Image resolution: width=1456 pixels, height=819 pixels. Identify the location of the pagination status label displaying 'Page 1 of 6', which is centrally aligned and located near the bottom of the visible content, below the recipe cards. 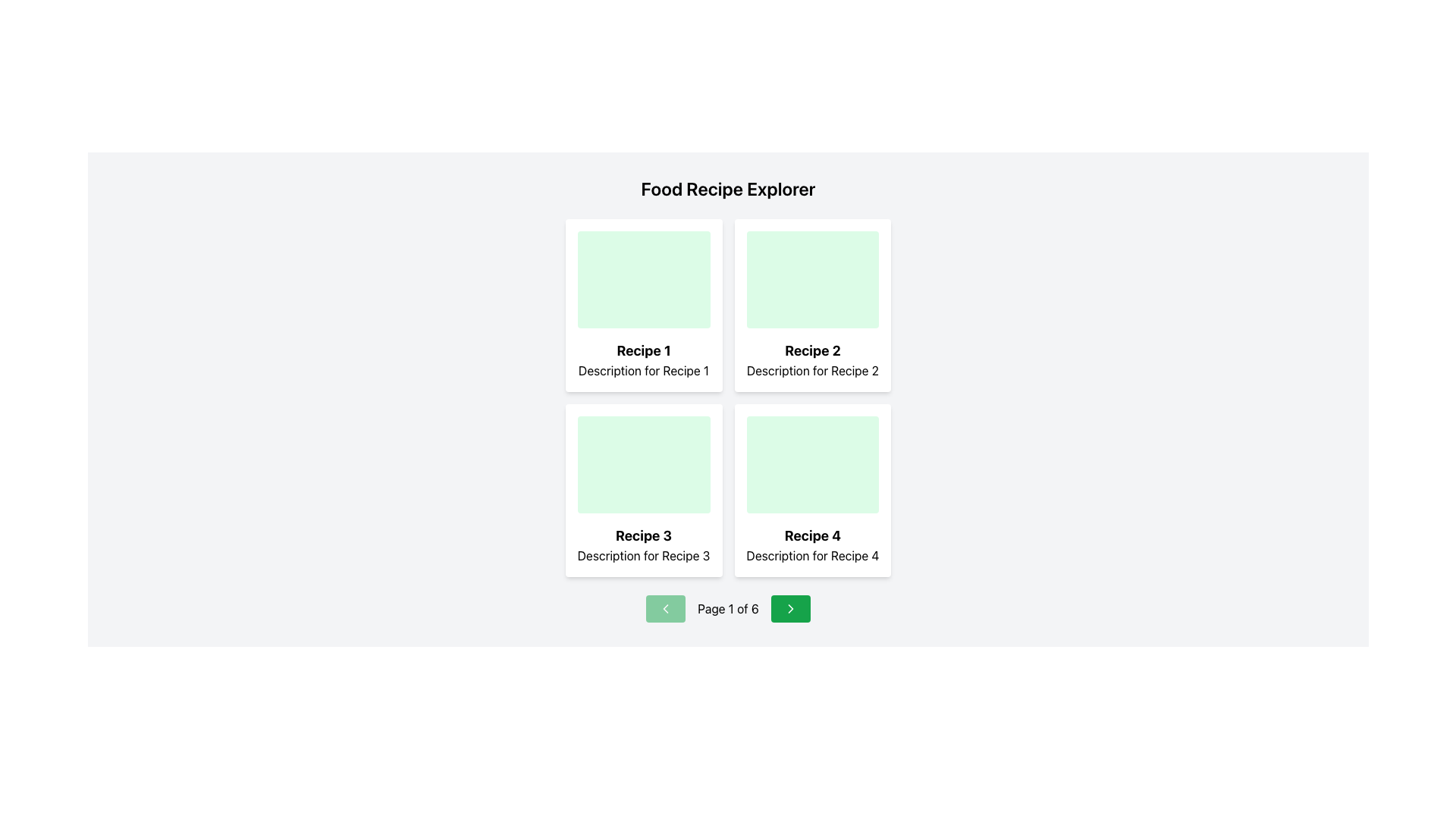
(728, 607).